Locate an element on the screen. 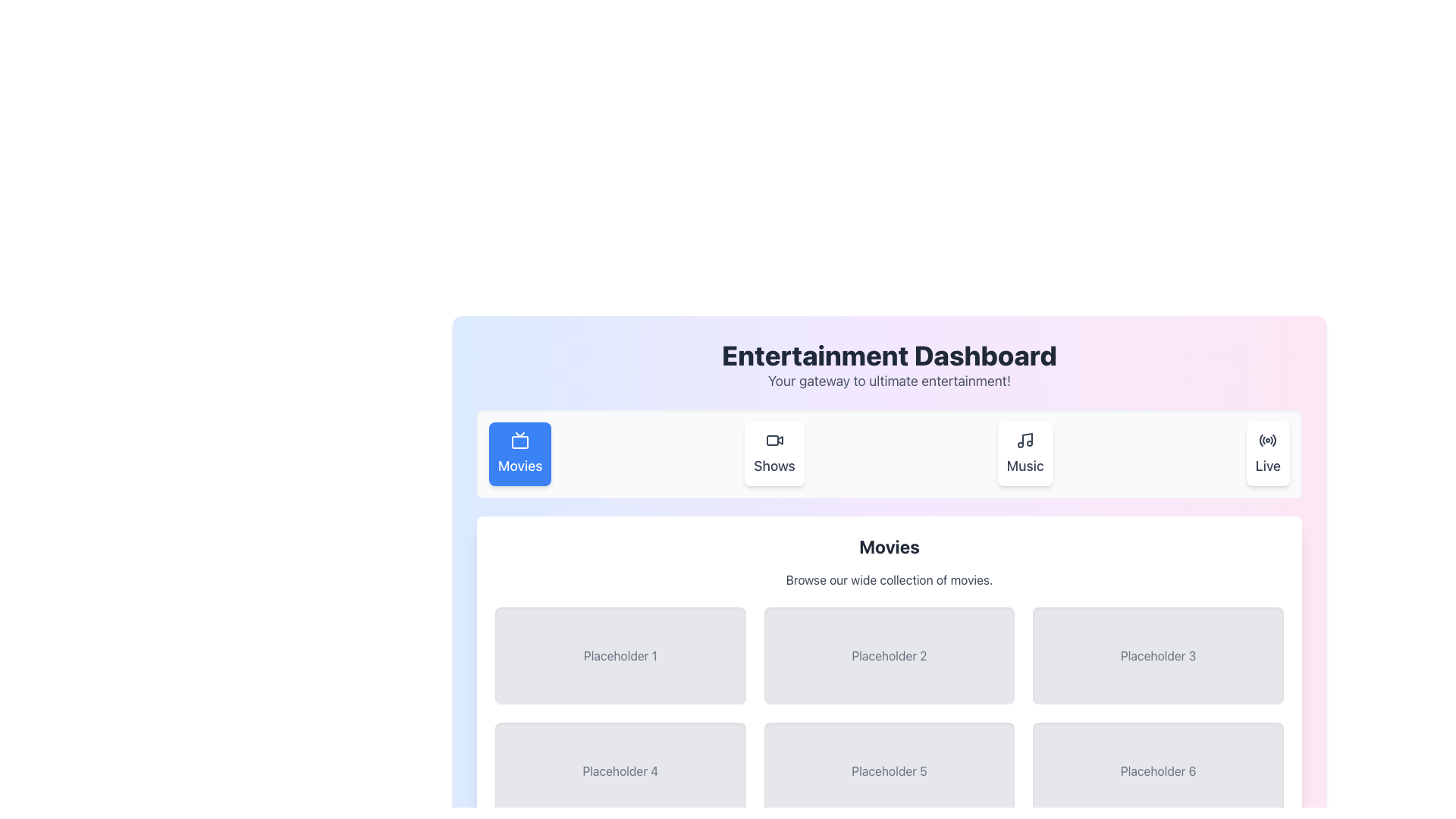 This screenshot has height=819, width=1456. the 'Music' icon located in the navigation bar above the 'Music' text label is located at coordinates (1025, 441).